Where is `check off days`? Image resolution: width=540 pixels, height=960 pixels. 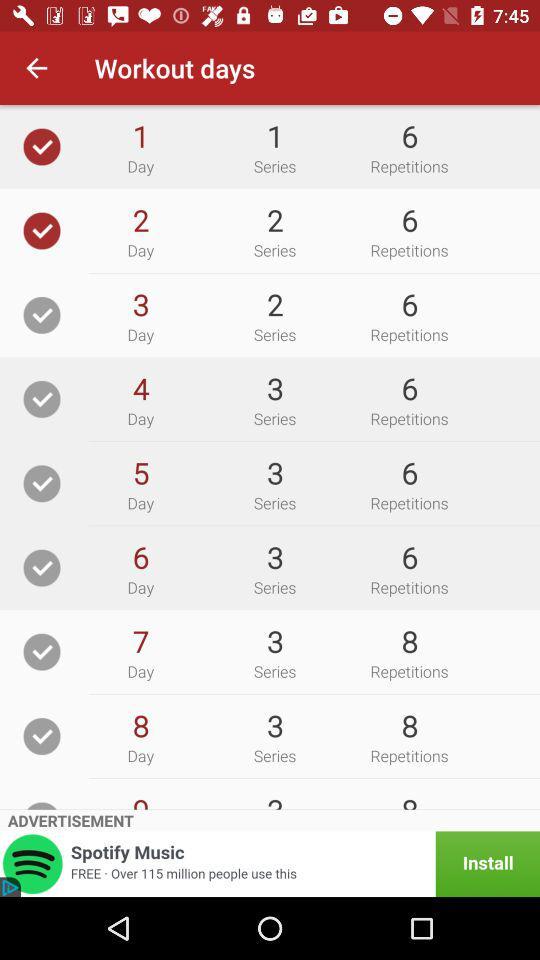 check off days is located at coordinates (42, 482).